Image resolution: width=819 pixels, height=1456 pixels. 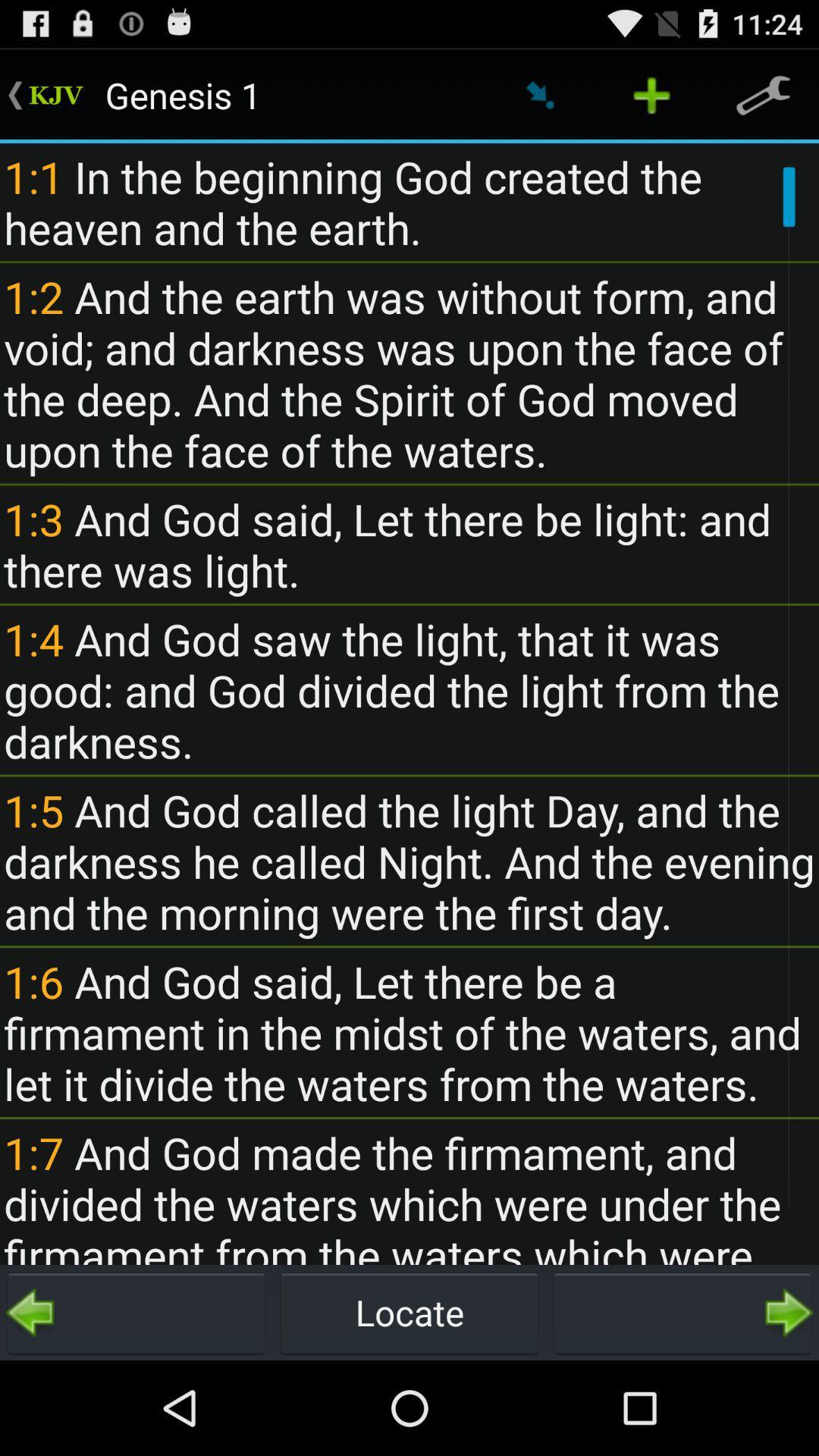 I want to click on proceed to next, so click(x=681, y=1312).